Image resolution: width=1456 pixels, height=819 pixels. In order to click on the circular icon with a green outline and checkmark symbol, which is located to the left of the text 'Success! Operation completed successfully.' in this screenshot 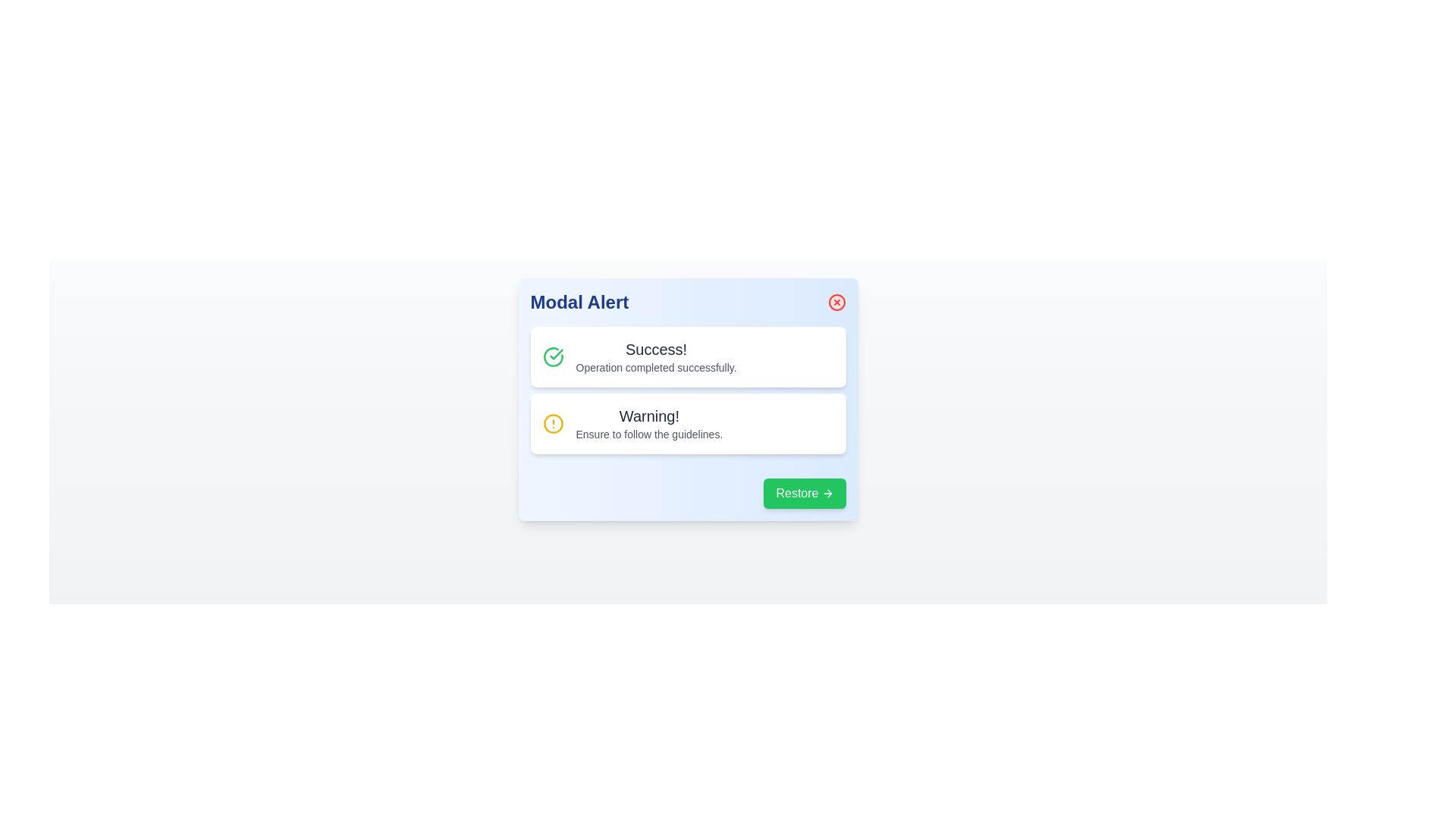, I will do `click(552, 356)`.